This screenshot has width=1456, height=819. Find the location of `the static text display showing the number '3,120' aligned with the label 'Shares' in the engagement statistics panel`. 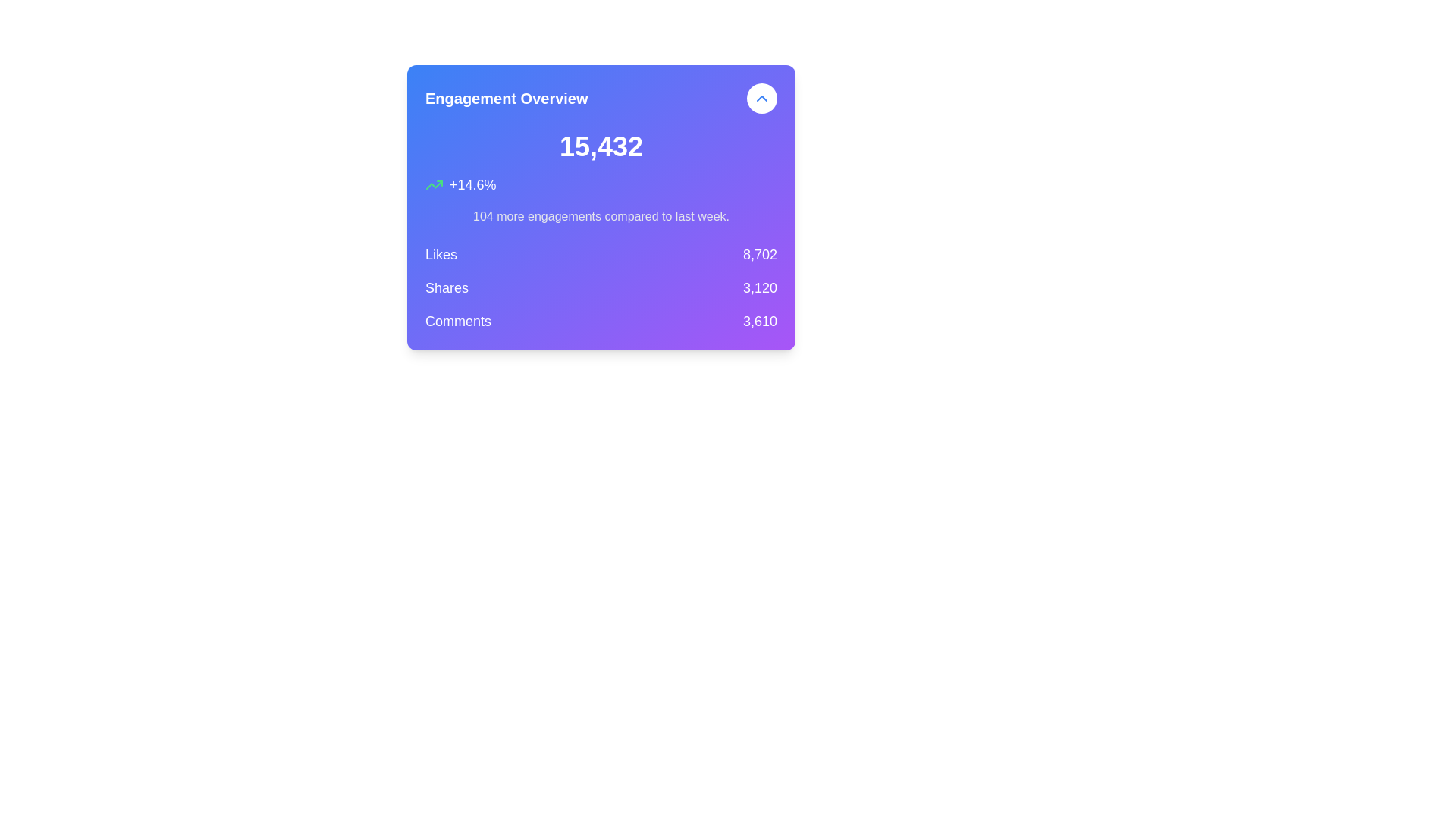

the static text display showing the number '3,120' aligned with the label 'Shares' in the engagement statistics panel is located at coordinates (760, 288).